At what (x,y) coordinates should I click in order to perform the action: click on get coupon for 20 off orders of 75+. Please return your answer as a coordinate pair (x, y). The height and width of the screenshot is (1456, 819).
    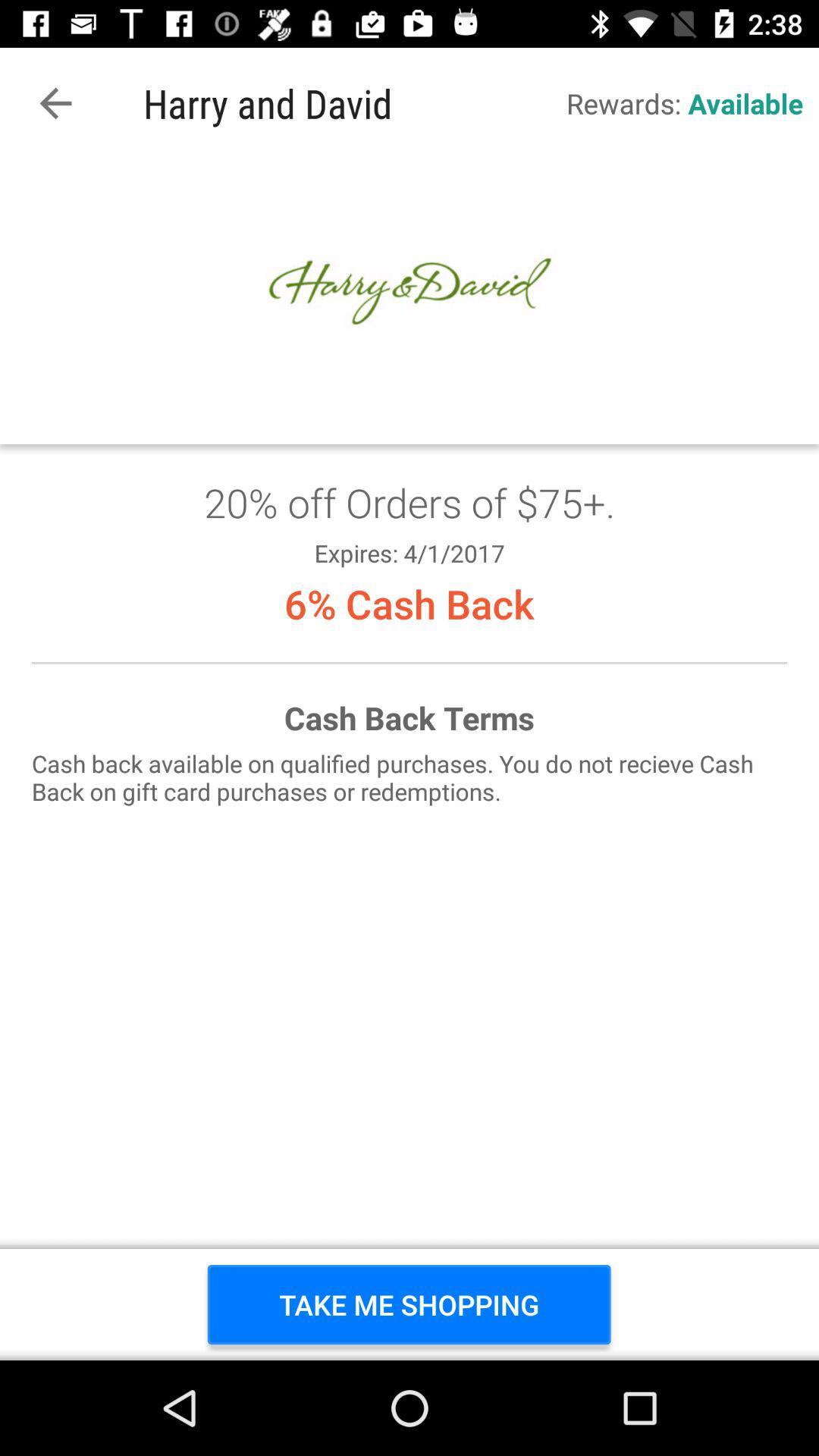
    Looking at the image, I should click on (409, 760).